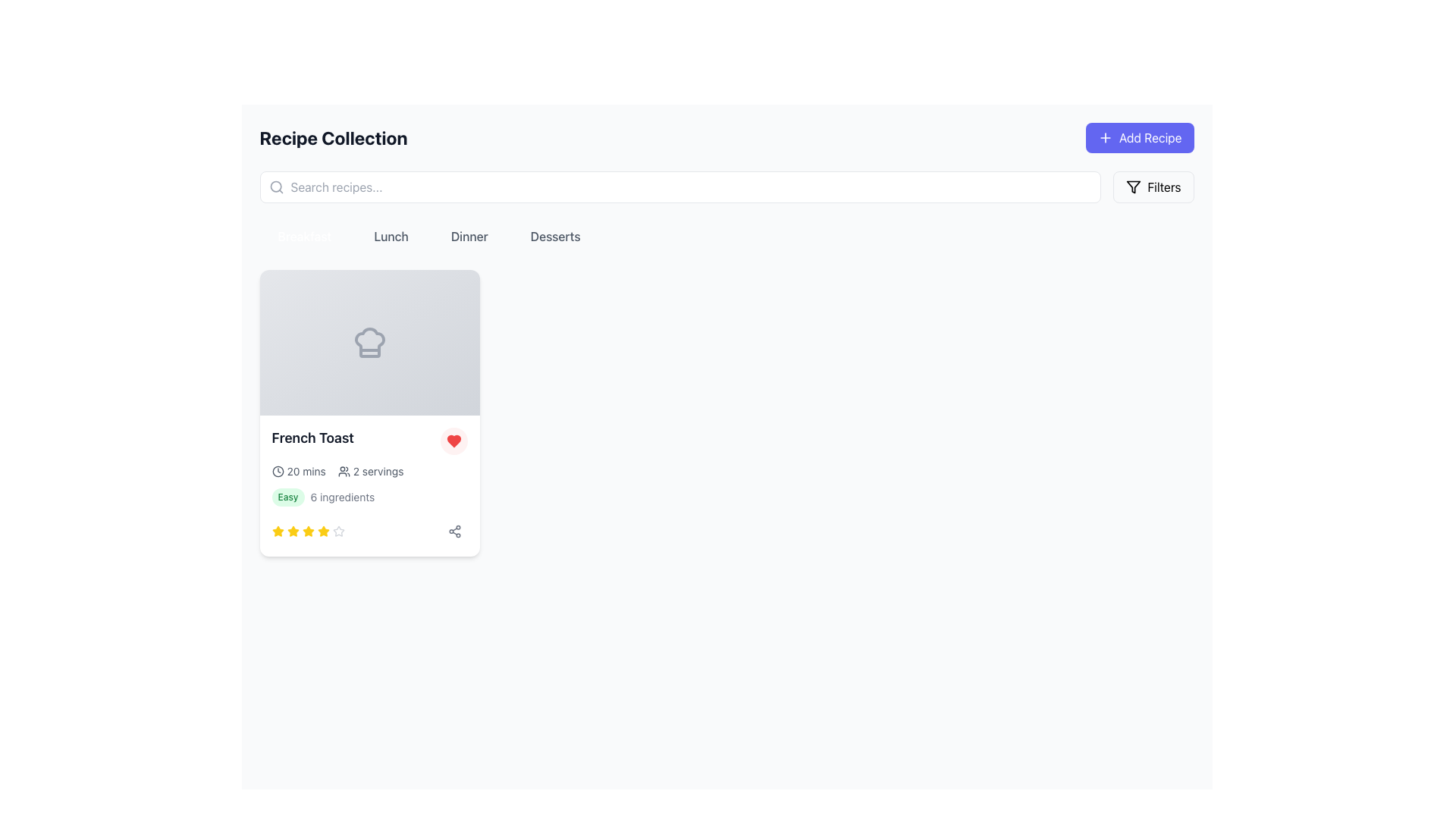  Describe the element at coordinates (1153, 186) in the screenshot. I see `the 'Filters' button located at the top-right corner of the interface` at that location.